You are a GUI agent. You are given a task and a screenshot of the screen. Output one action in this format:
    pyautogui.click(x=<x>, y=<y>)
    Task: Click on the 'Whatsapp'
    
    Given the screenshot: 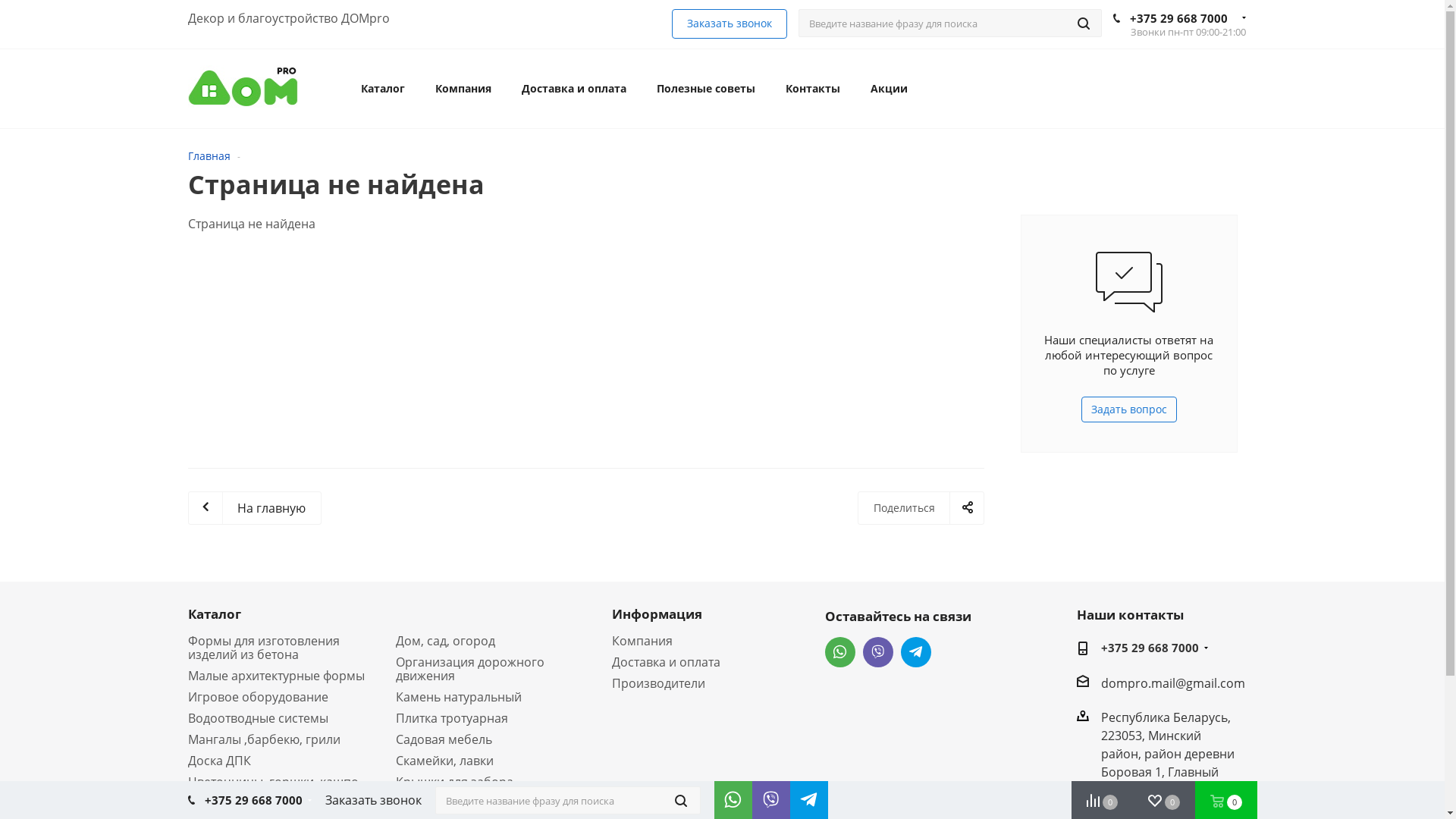 What is the action you would take?
    pyautogui.click(x=839, y=651)
    